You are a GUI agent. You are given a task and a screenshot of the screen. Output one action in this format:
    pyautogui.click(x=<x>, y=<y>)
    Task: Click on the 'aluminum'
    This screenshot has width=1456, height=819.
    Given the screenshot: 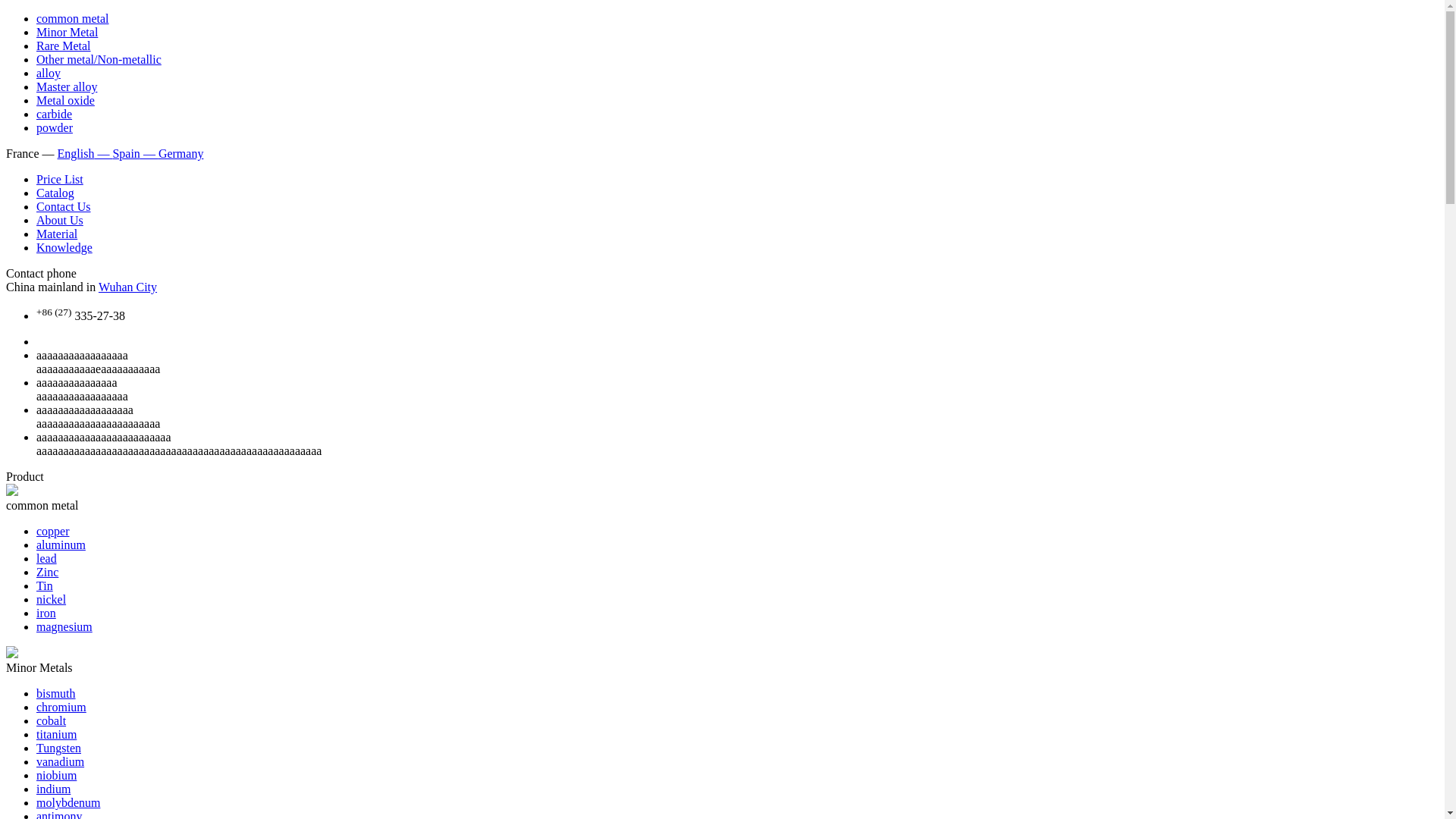 What is the action you would take?
    pyautogui.click(x=61, y=544)
    